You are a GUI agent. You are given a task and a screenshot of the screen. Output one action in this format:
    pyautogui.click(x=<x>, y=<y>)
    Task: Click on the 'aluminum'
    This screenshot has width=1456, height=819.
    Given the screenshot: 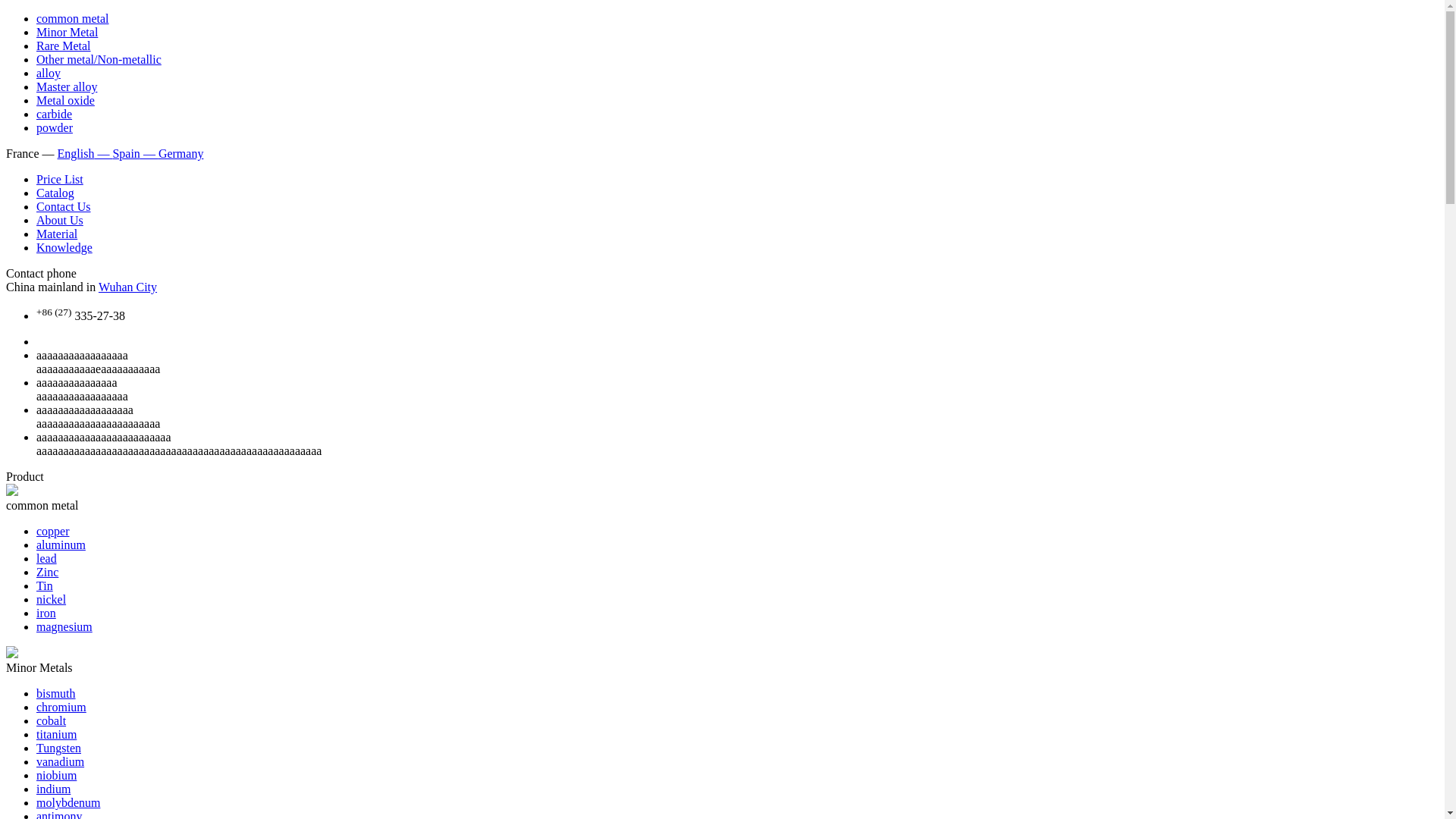 What is the action you would take?
    pyautogui.click(x=61, y=544)
    